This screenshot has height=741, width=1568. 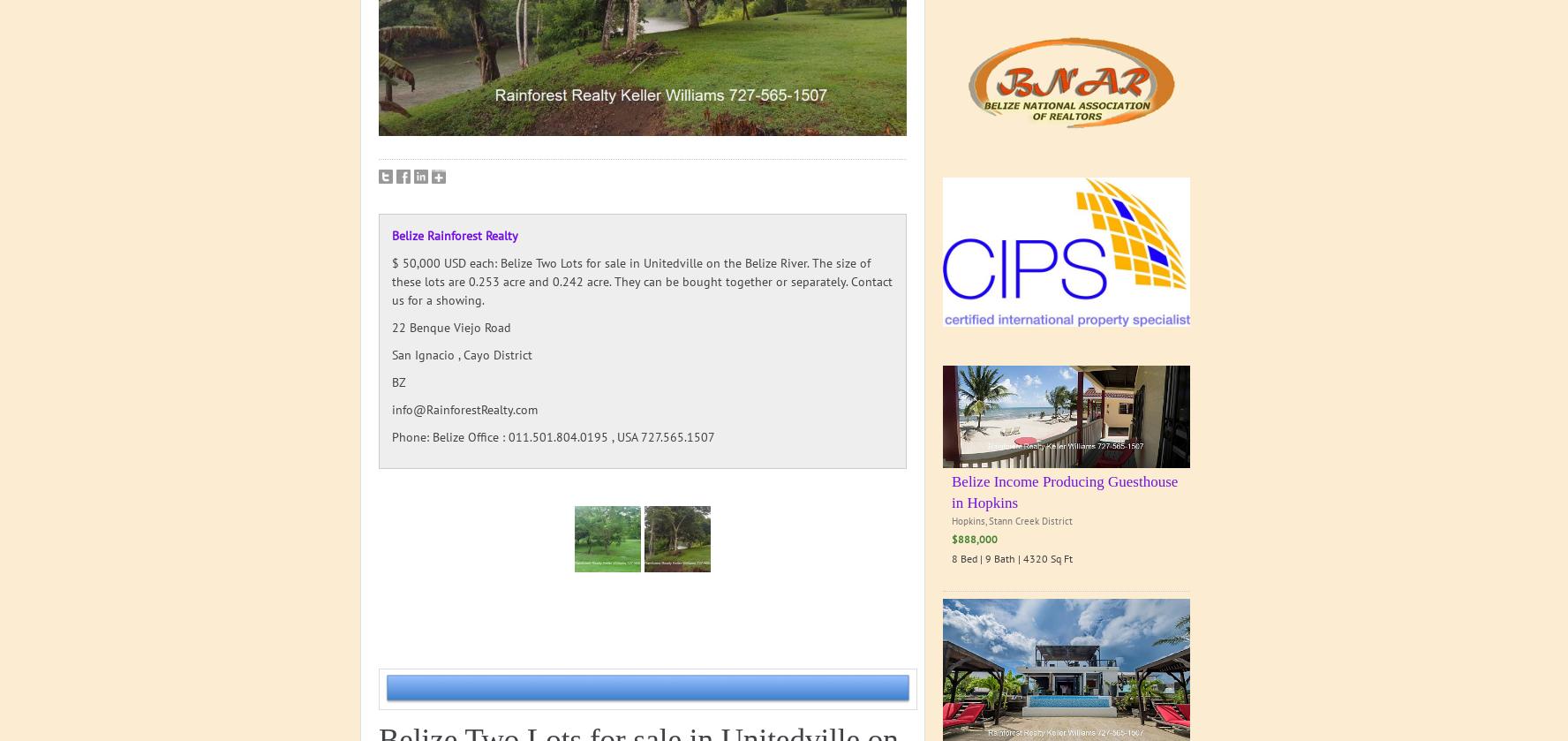 I want to click on 'Hopkins, Stann Creek District', so click(x=1012, y=518).